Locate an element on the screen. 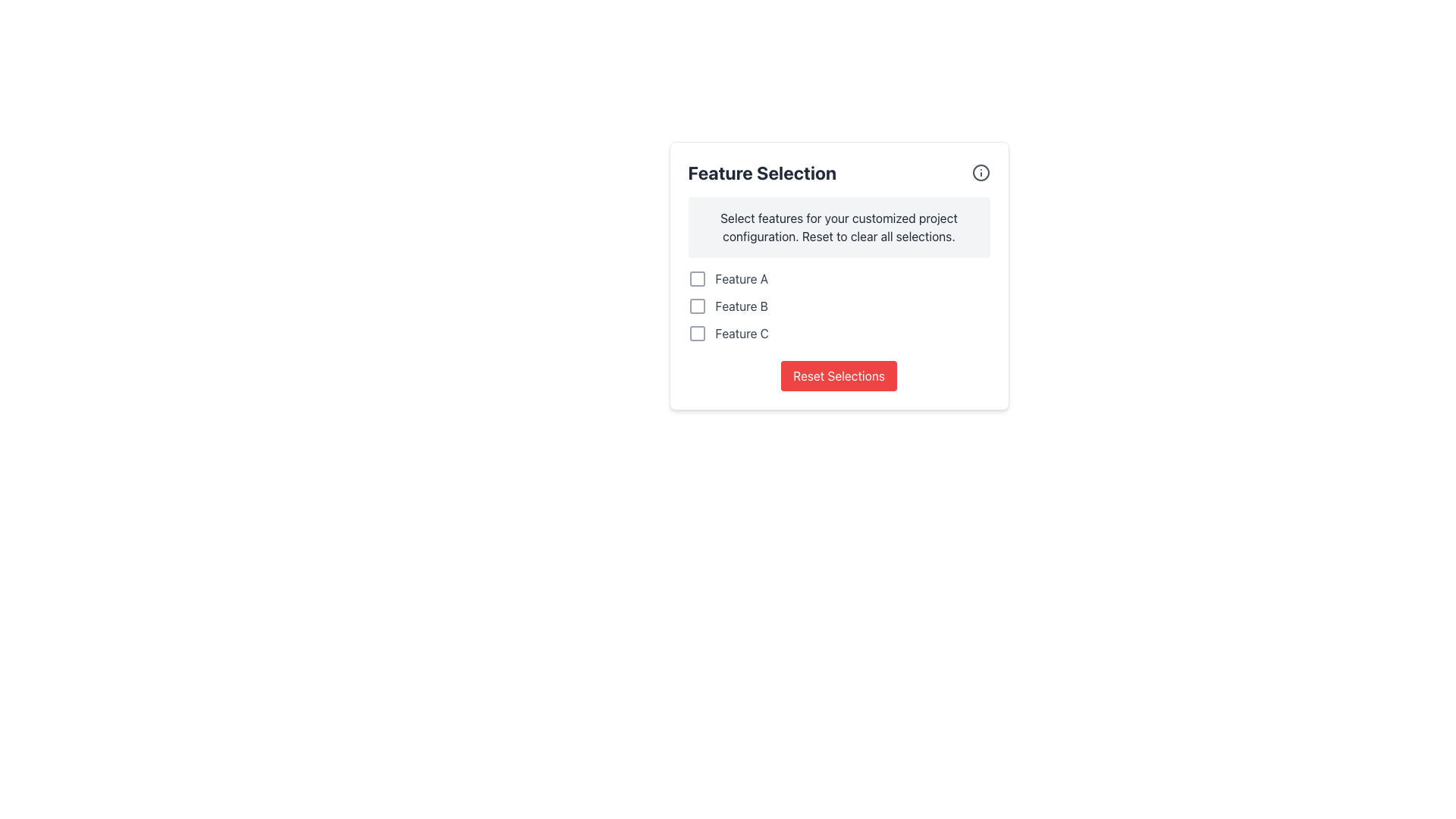  the label displaying the text 'Feature B', which is styled with gray color and located adjacent to its checkbox icon is located at coordinates (742, 306).